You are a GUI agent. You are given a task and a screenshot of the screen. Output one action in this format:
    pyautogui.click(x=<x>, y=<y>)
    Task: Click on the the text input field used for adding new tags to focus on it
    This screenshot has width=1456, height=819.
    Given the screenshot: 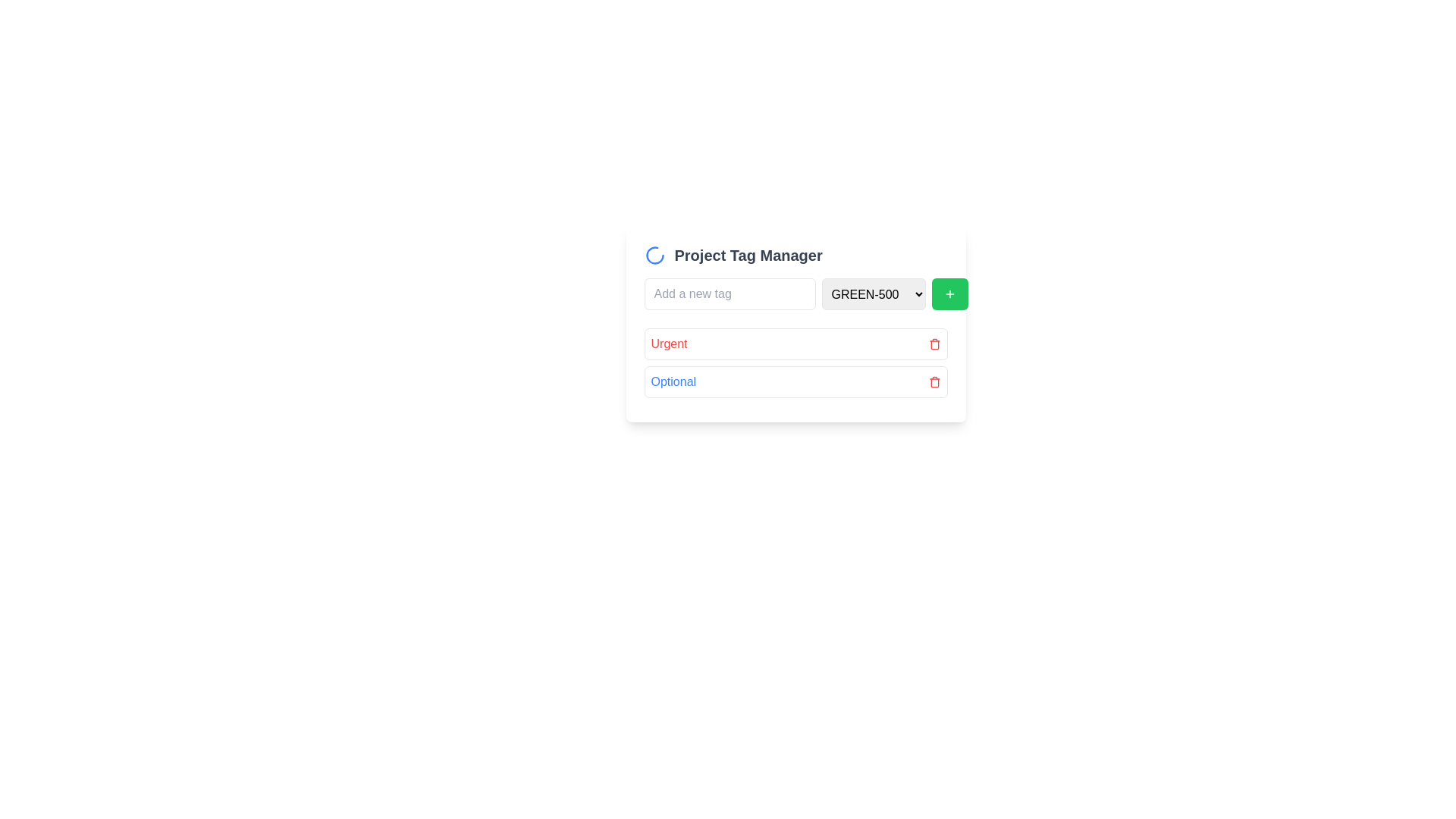 What is the action you would take?
    pyautogui.click(x=730, y=294)
    